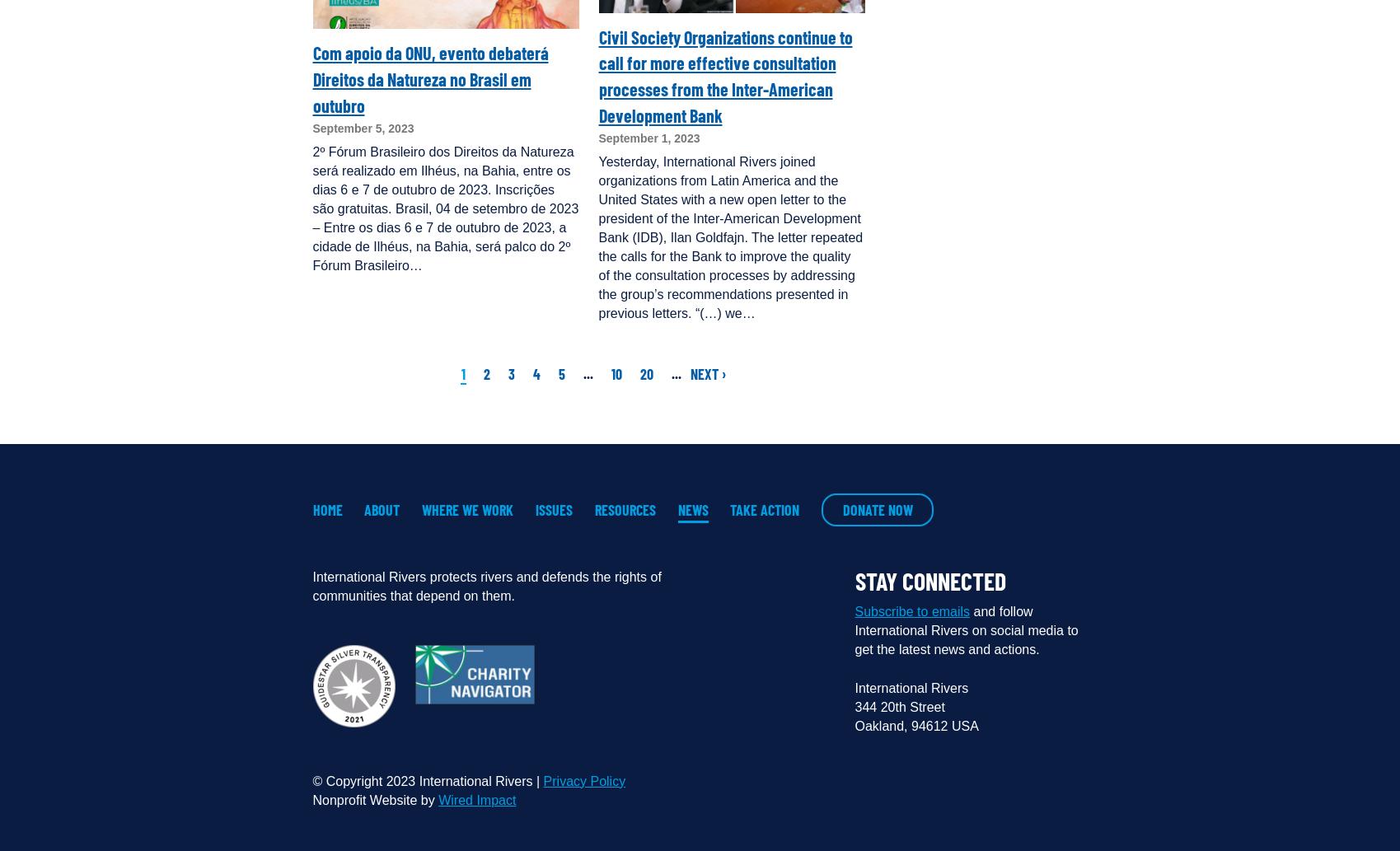  What do you see at coordinates (486, 374) in the screenshot?
I see `'2'` at bounding box center [486, 374].